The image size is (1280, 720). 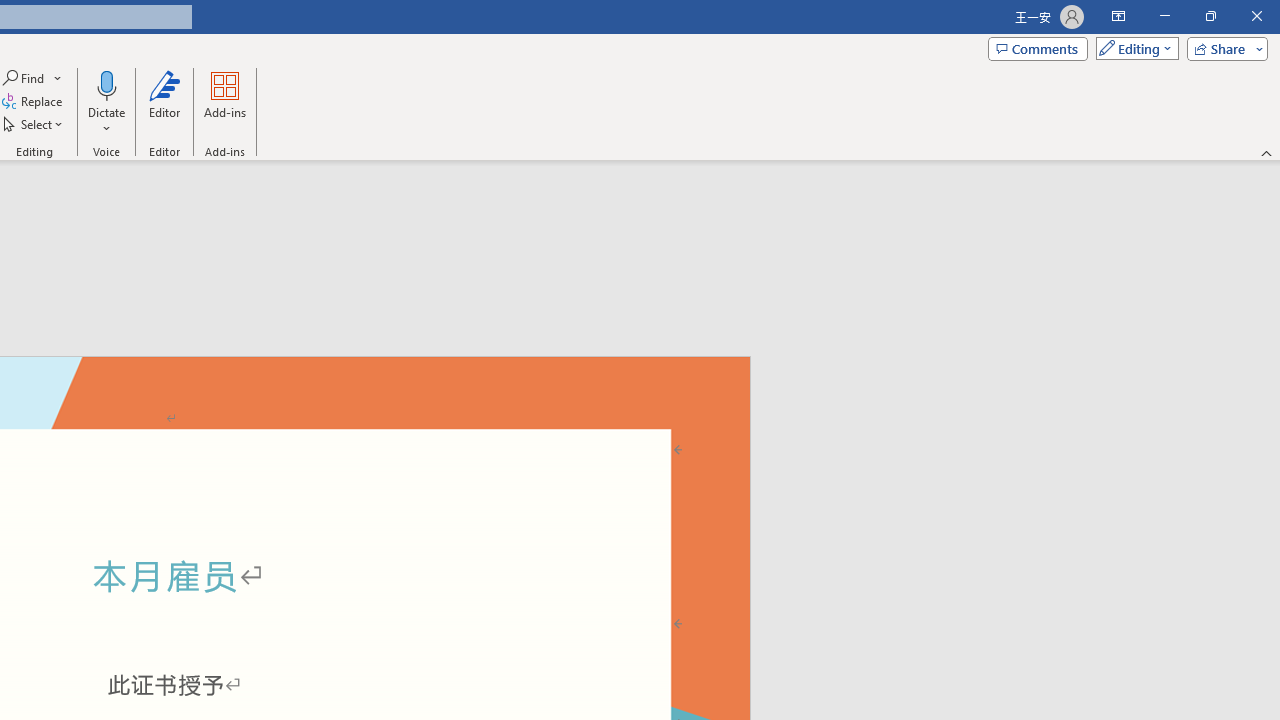 I want to click on 'Ribbon Display Options', so click(x=1117, y=16).